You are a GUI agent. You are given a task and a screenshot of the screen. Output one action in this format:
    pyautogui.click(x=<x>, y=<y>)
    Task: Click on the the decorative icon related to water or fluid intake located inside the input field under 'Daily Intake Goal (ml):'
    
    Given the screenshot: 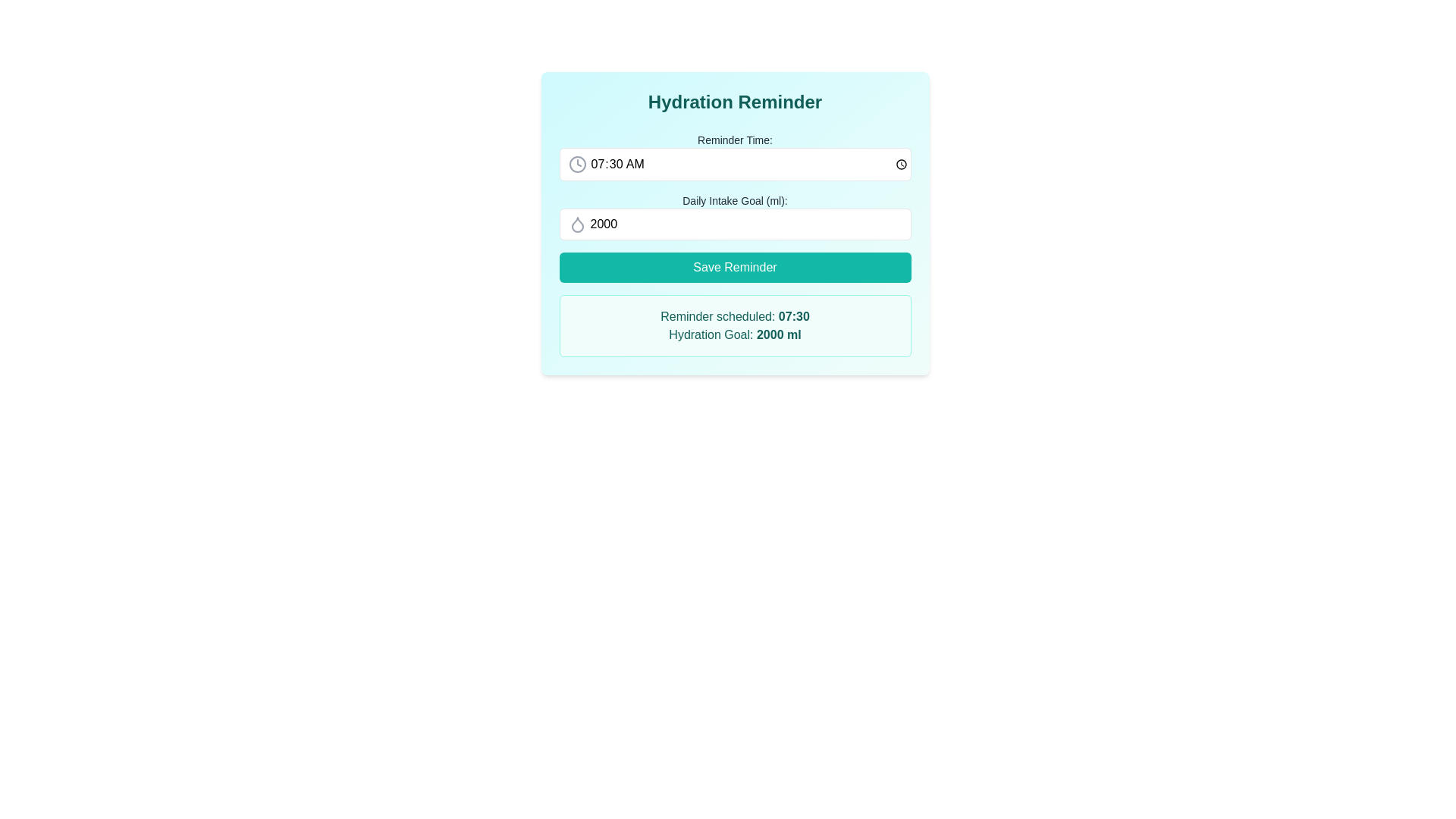 What is the action you would take?
    pyautogui.click(x=576, y=224)
    